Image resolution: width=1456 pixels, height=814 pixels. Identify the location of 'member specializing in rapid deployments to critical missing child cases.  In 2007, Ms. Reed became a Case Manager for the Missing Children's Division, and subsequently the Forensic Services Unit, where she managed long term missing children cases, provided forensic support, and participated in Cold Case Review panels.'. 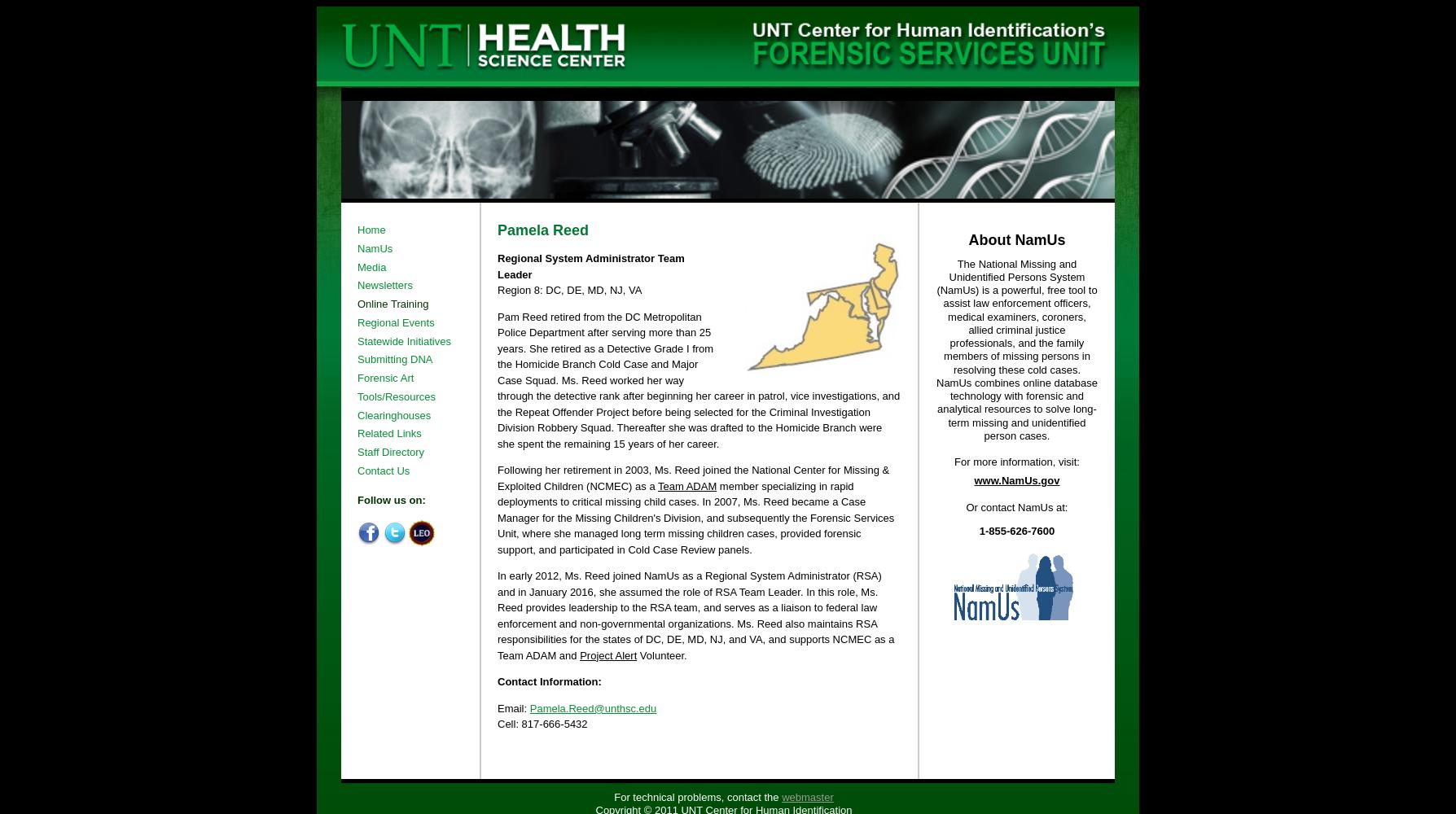
(695, 517).